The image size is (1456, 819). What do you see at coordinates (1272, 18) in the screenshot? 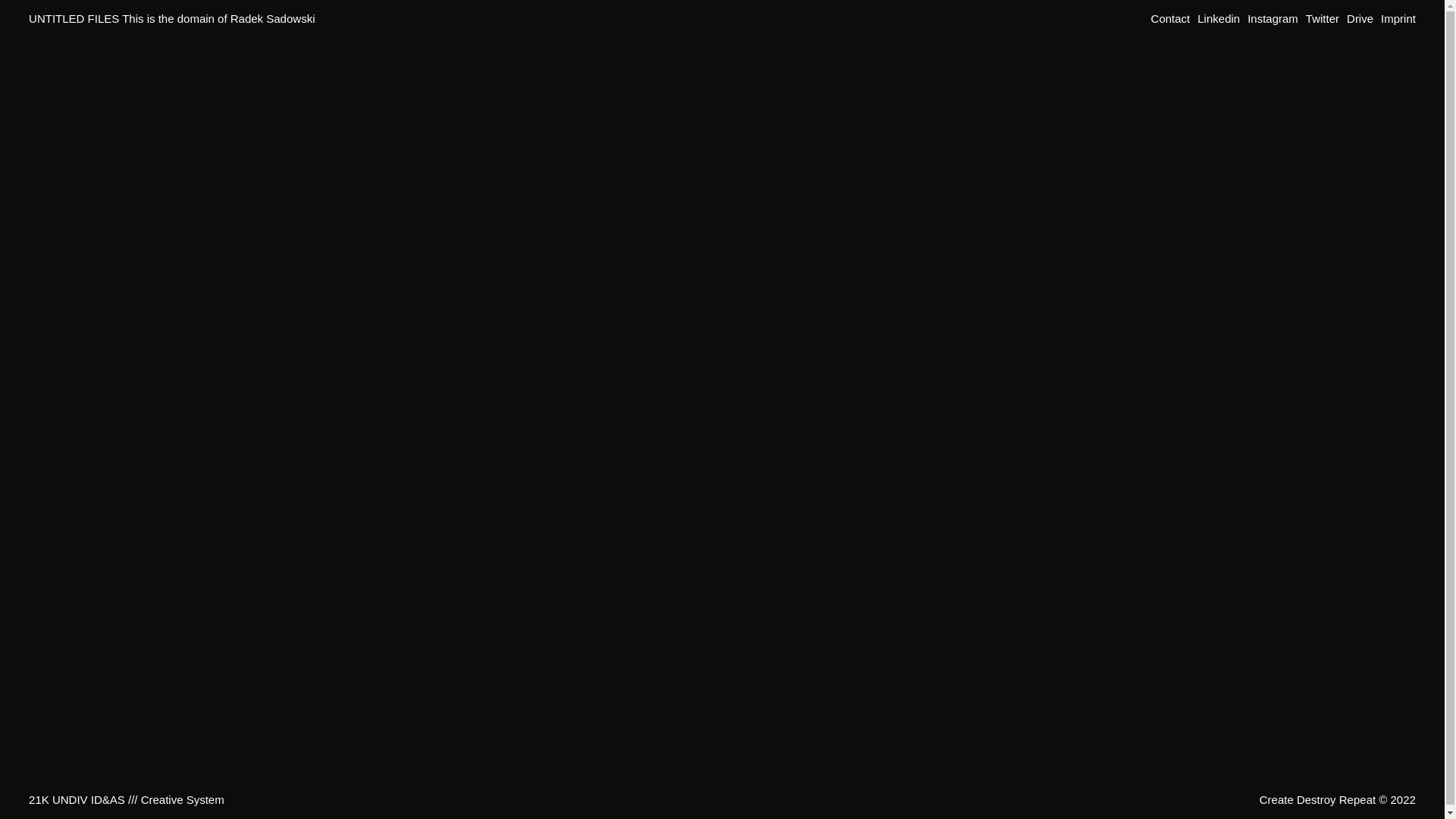
I see `'Instagram'` at bounding box center [1272, 18].